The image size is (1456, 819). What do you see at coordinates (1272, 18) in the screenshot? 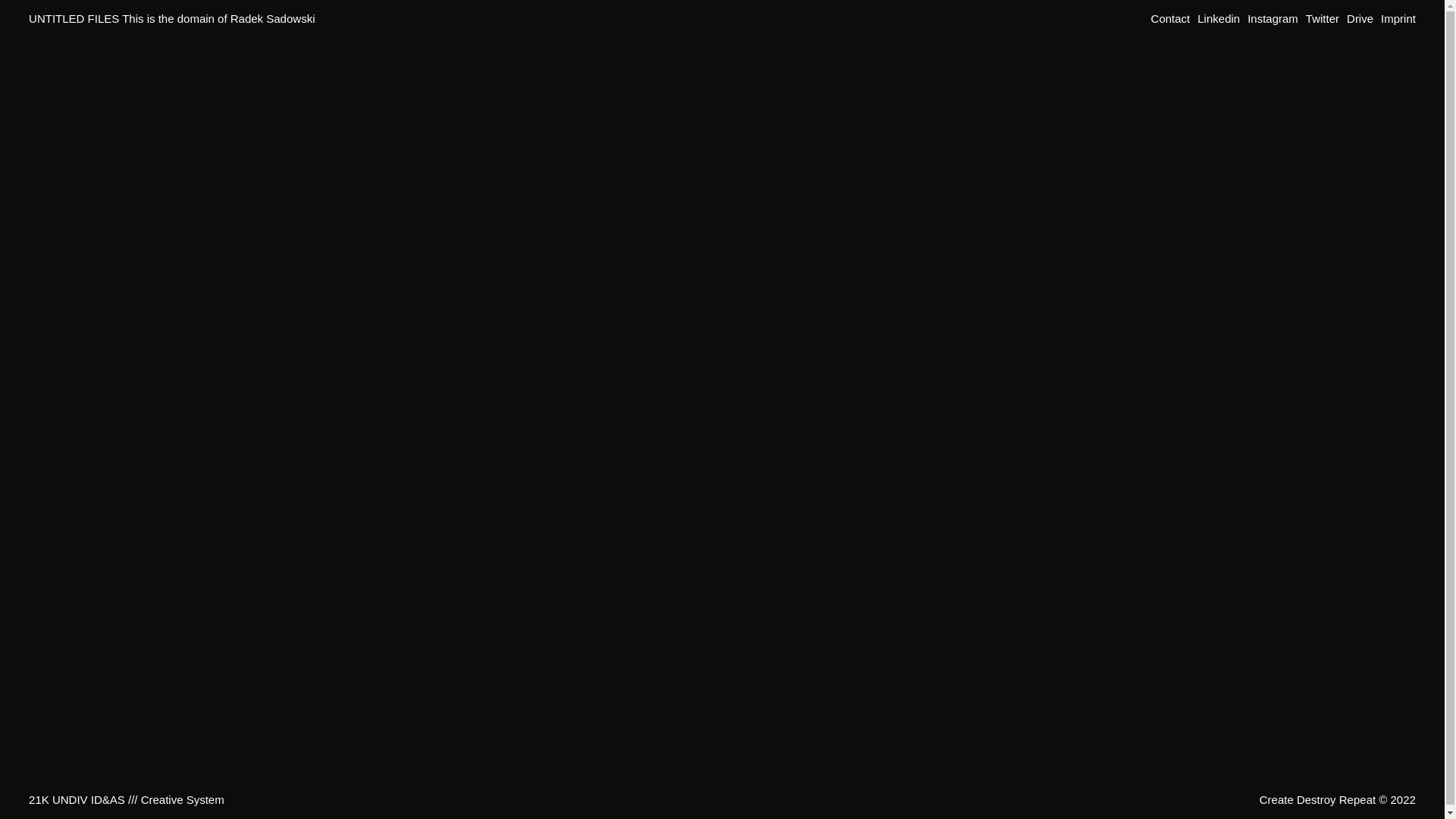
I see `'Instagram'` at bounding box center [1272, 18].